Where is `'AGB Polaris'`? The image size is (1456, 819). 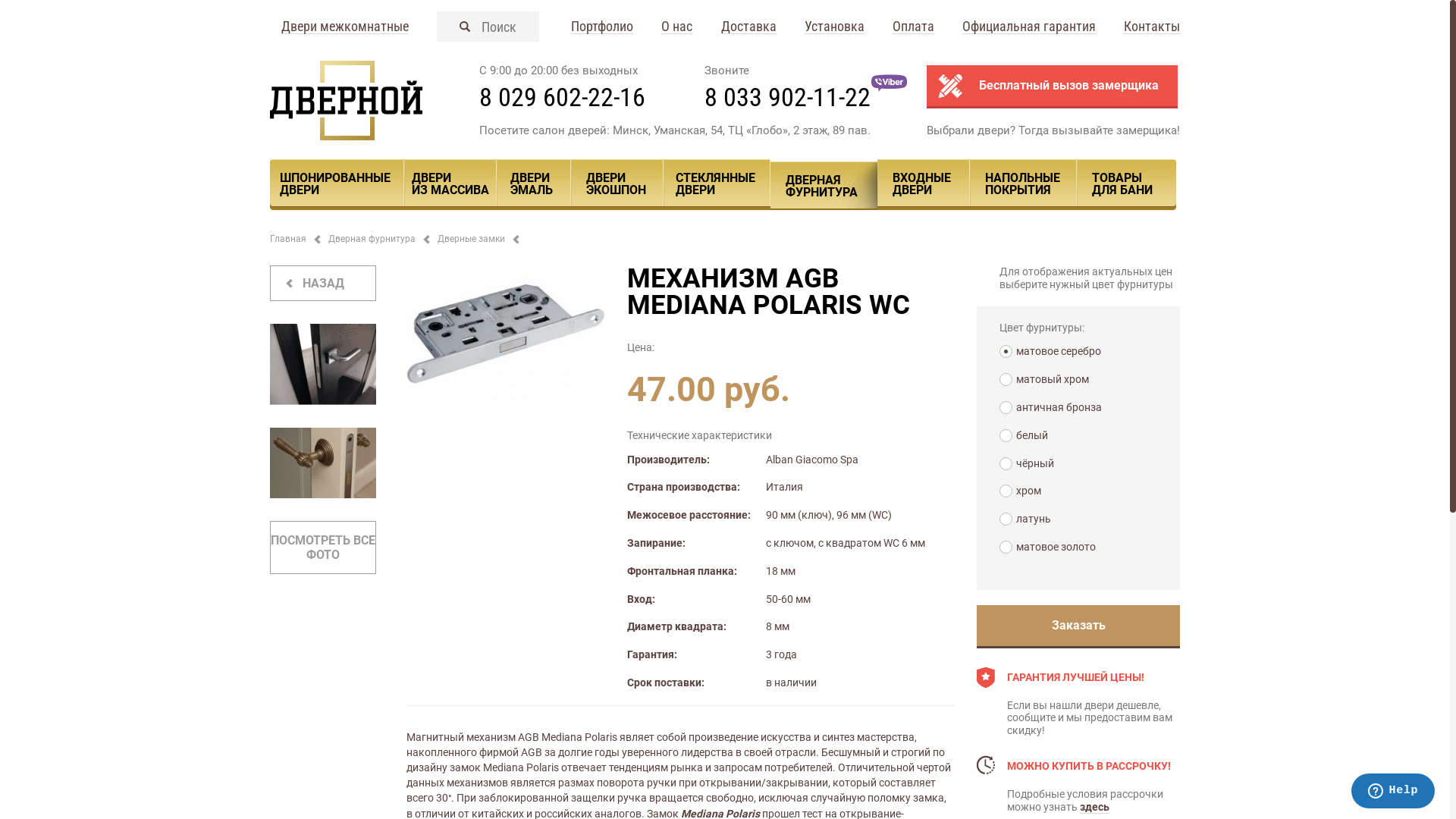
'AGB Polaris' is located at coordinates (505, 332).